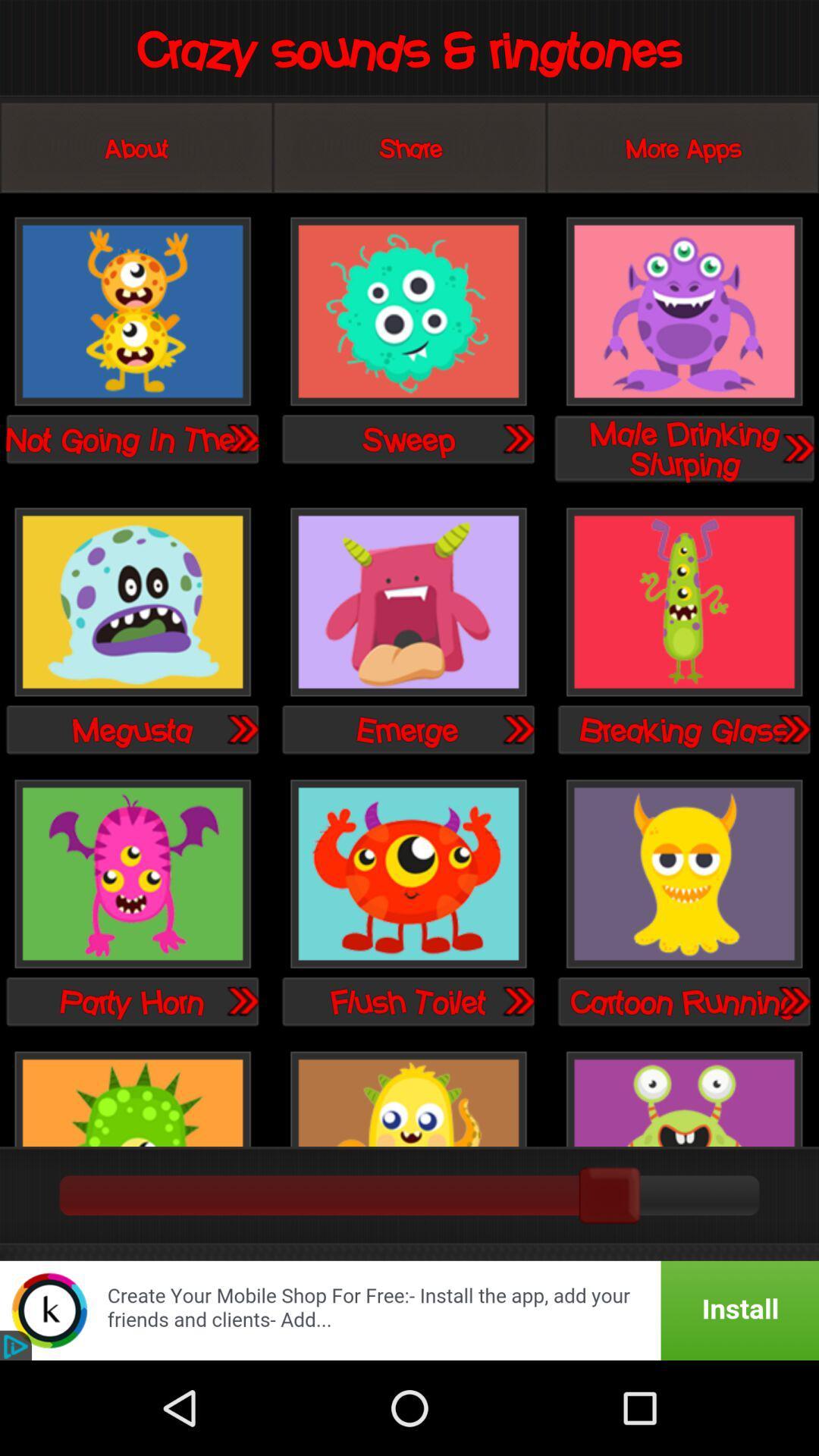 Image resolution: width=819 pixels, height=1456 pixels. I want to click on folder, so click(792, 729).